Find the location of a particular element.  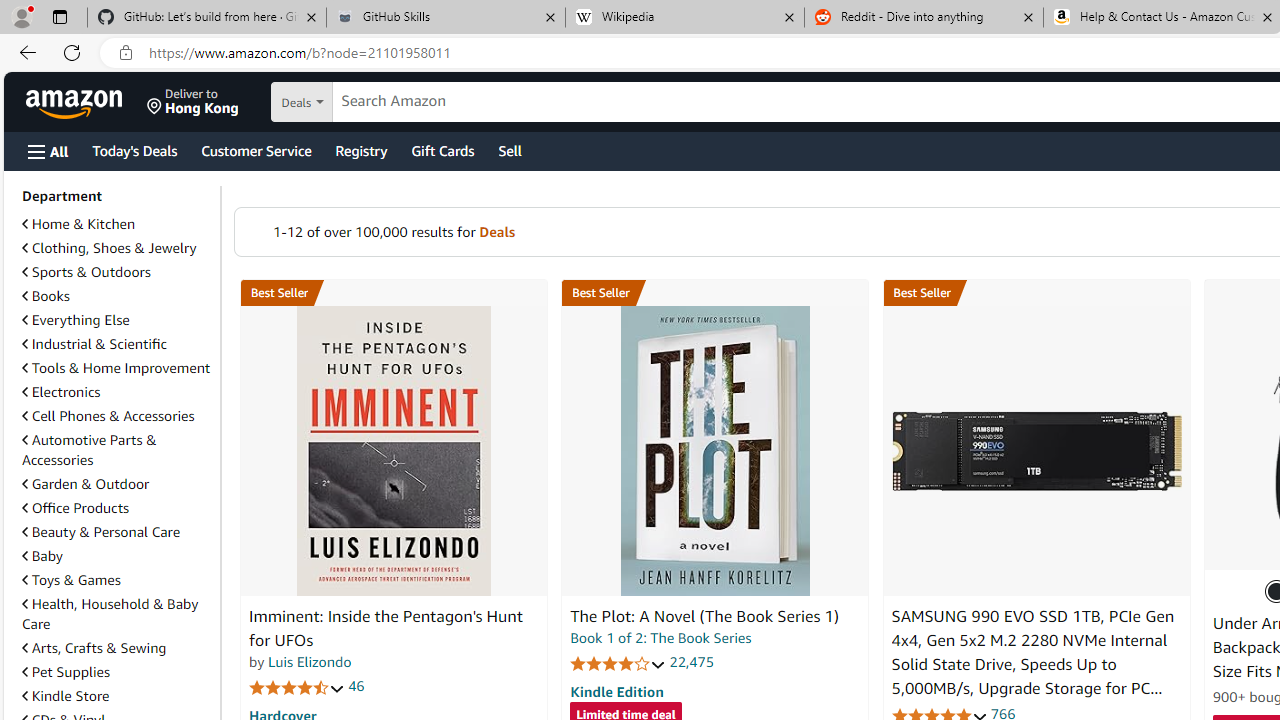

'Office Products' is located at coordinates (116, 506).